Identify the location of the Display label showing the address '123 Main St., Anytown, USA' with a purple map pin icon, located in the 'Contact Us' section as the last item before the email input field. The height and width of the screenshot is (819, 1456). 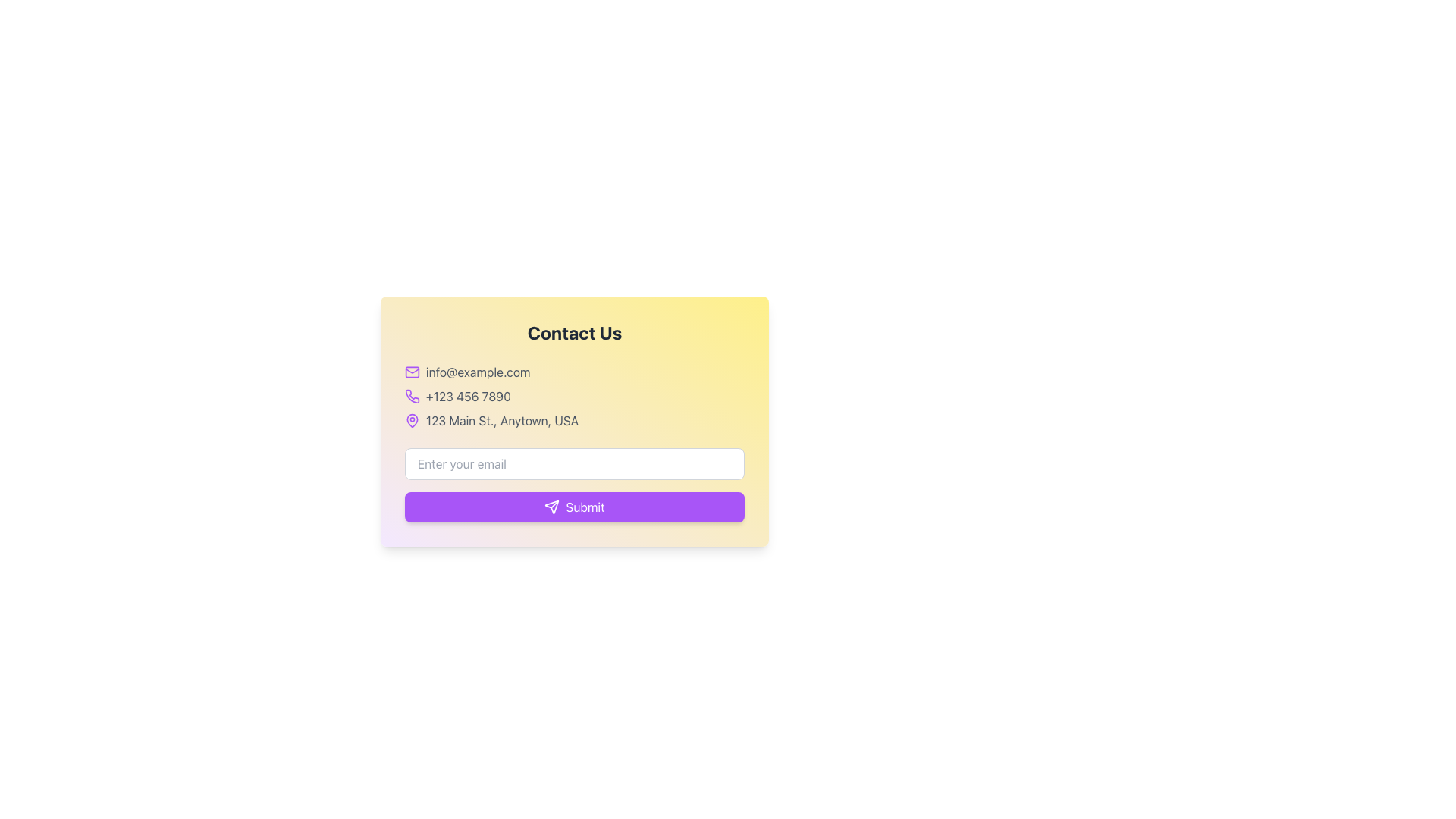
(574, 421).